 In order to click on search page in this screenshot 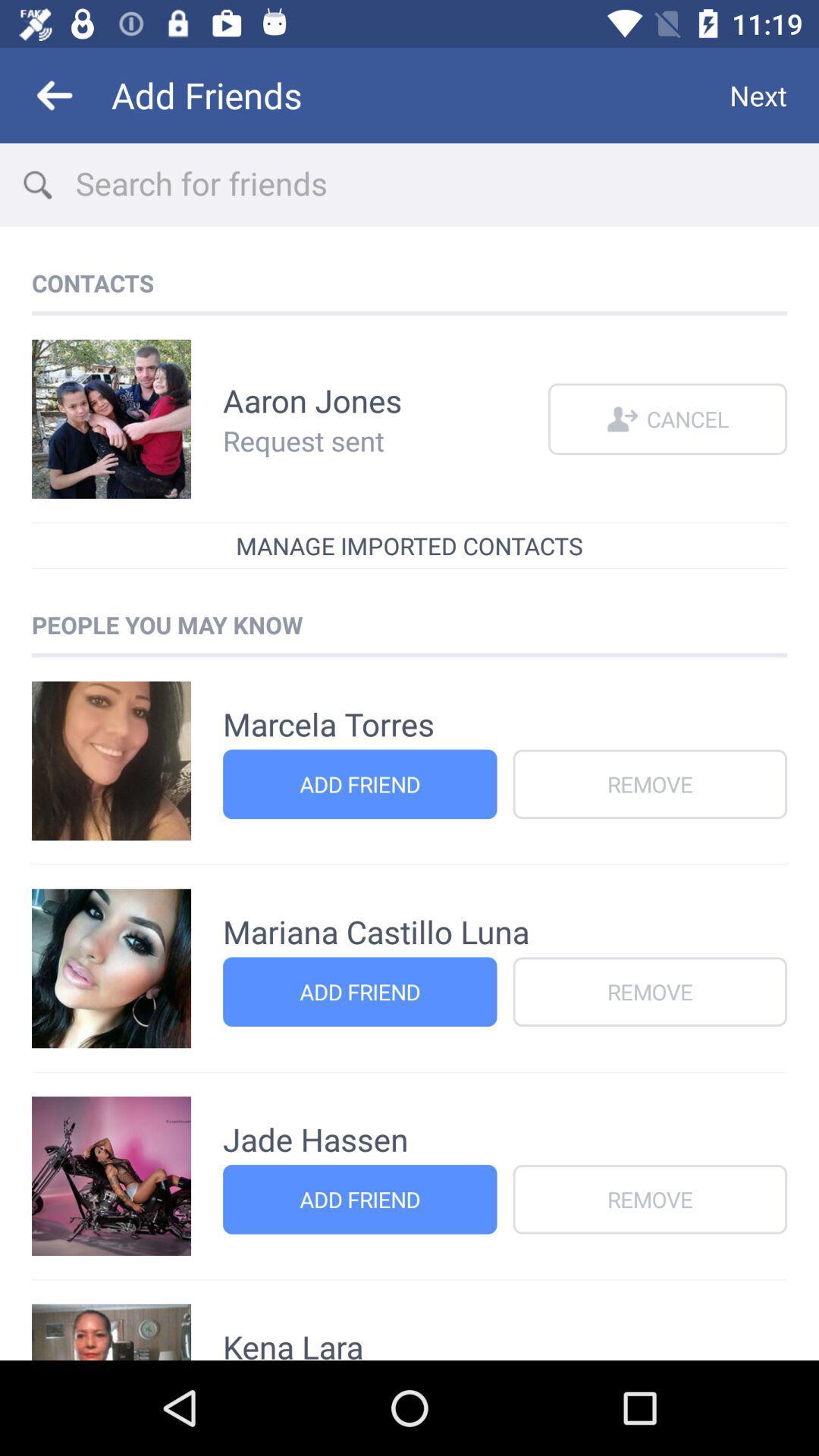, I will do `click(446, 184)`.